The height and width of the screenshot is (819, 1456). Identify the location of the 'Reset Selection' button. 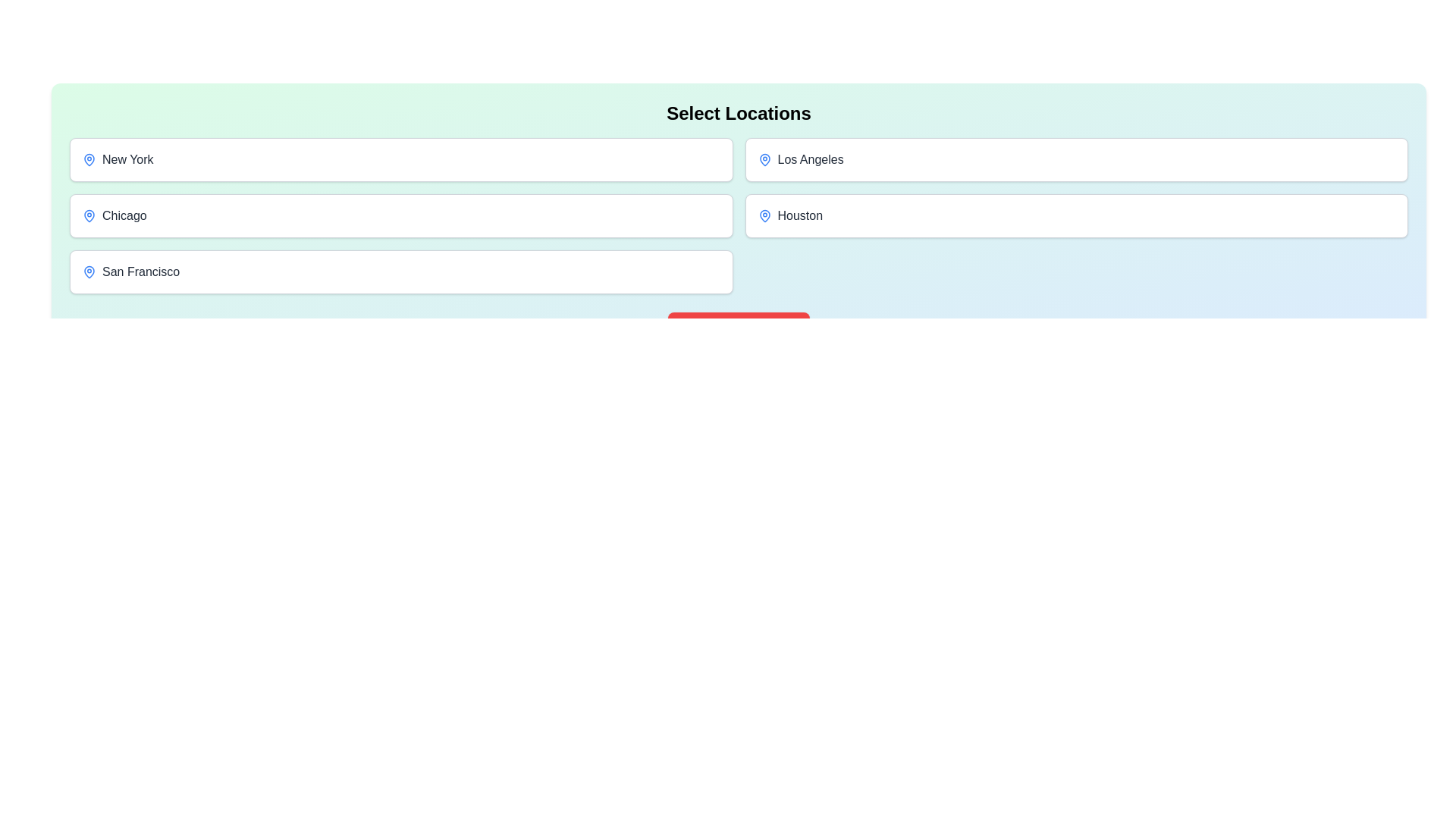
(739, 329).